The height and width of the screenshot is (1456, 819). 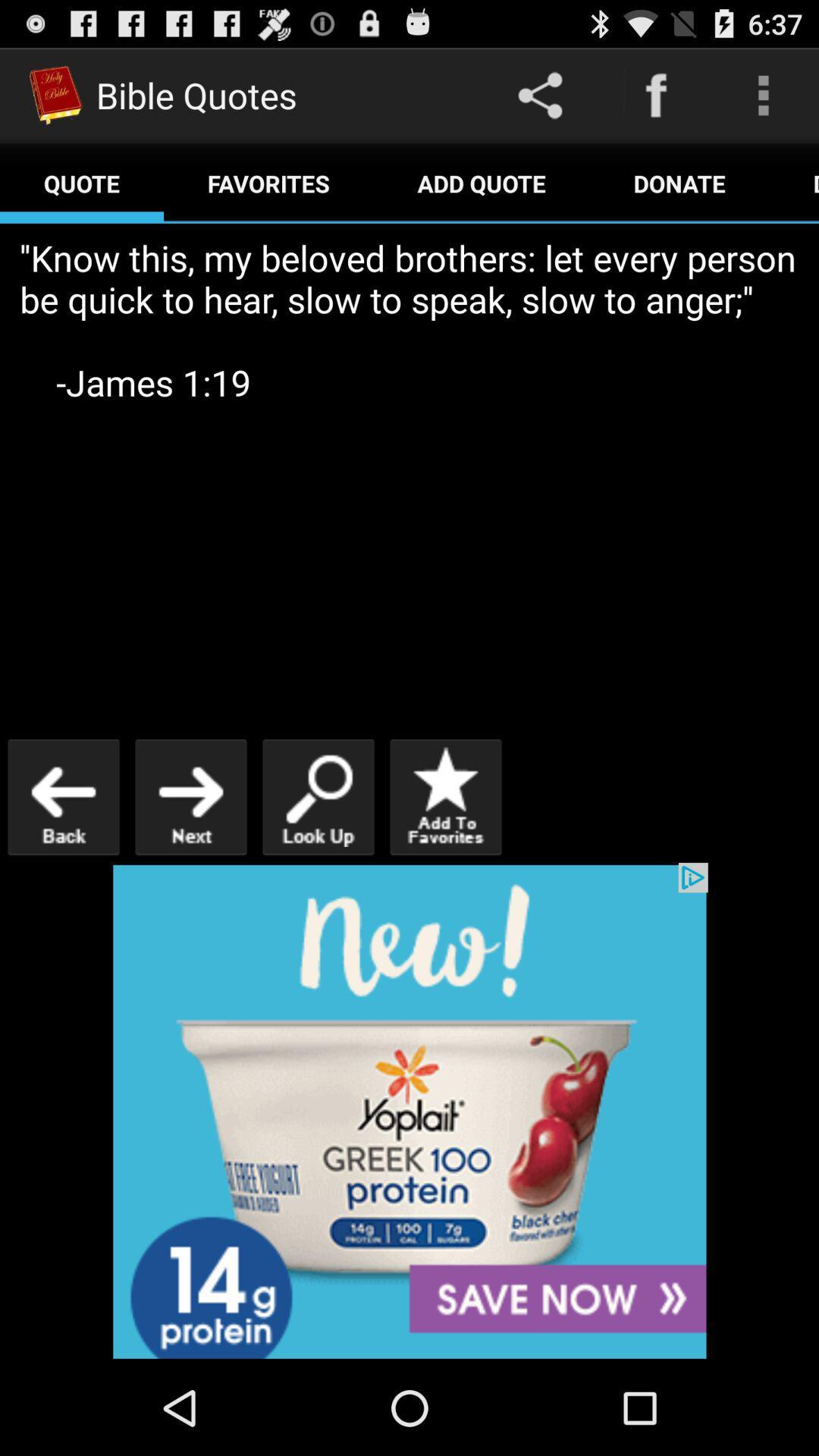 I want to click on the arrow_backward icon, so click(x=63, y=852).